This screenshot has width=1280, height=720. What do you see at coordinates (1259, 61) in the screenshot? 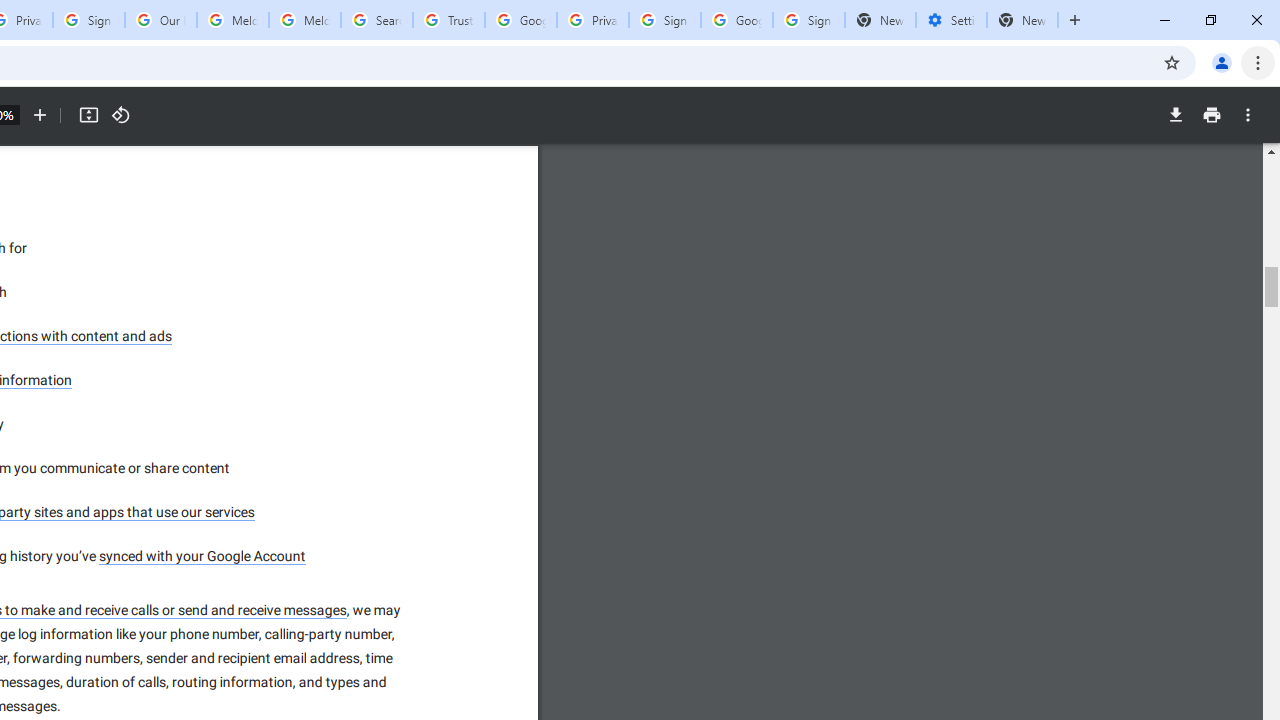
I see `'Chrome'` at bounding box center [1259, 61].